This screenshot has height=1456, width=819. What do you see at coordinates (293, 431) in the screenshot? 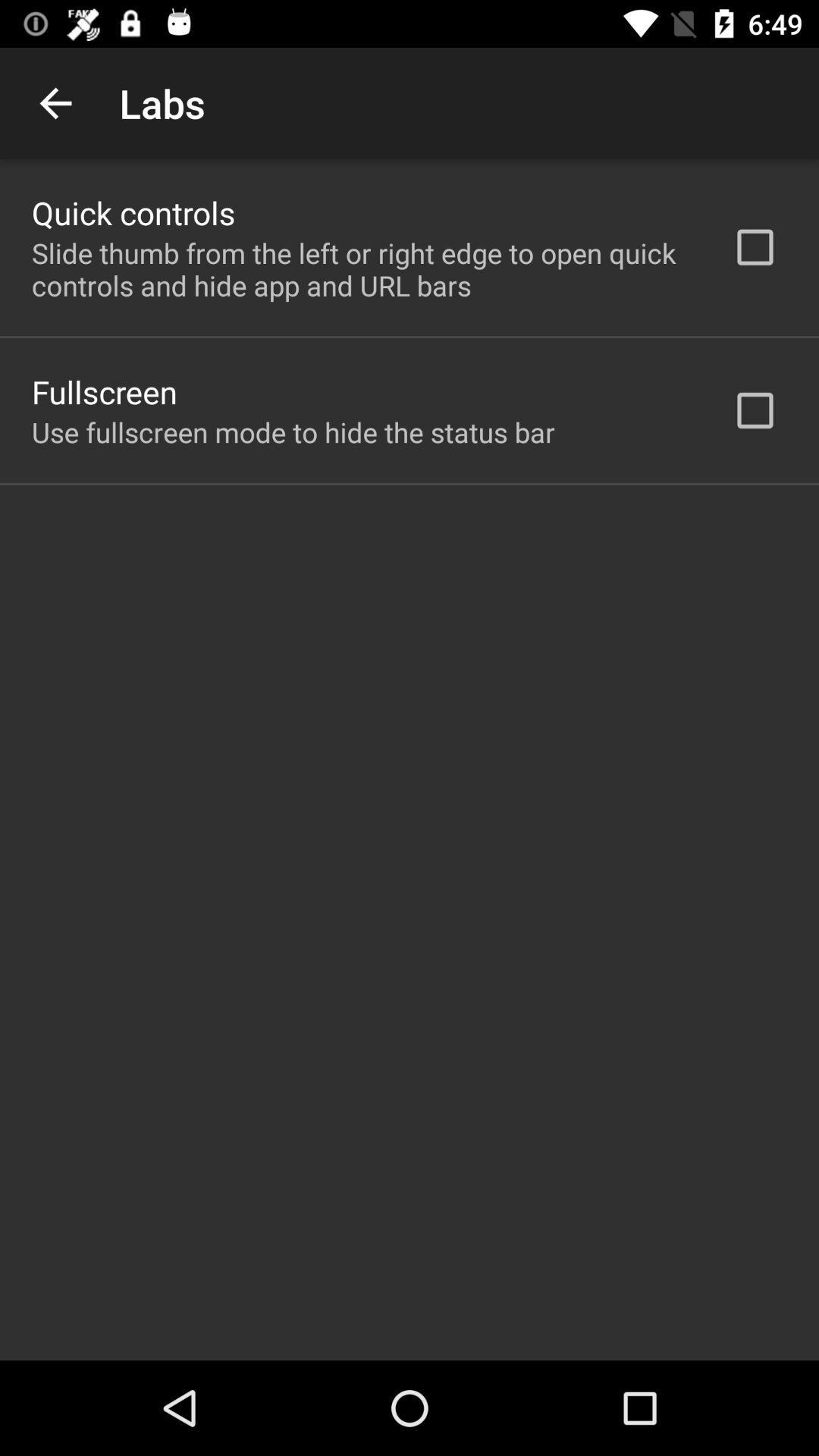
I see `the app below the fullscreen icon` at bounding box center [293, 431].